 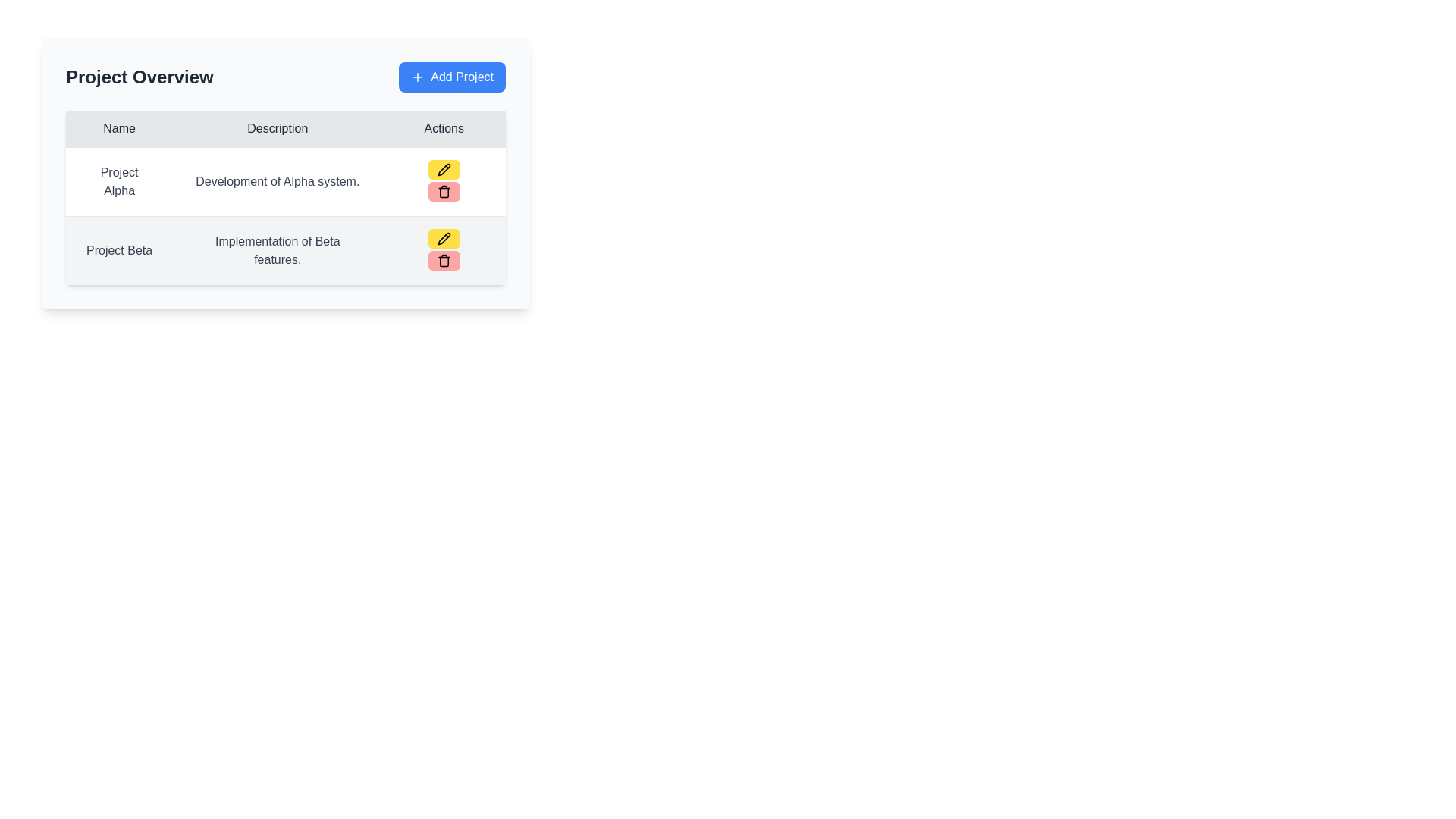 What do you see at coordinates (443, 191) in the screenshot?
I see `the delete icon button, which is a trash can icon situated in the second row of the 'Actions' column` at bounding box center [443, 191].